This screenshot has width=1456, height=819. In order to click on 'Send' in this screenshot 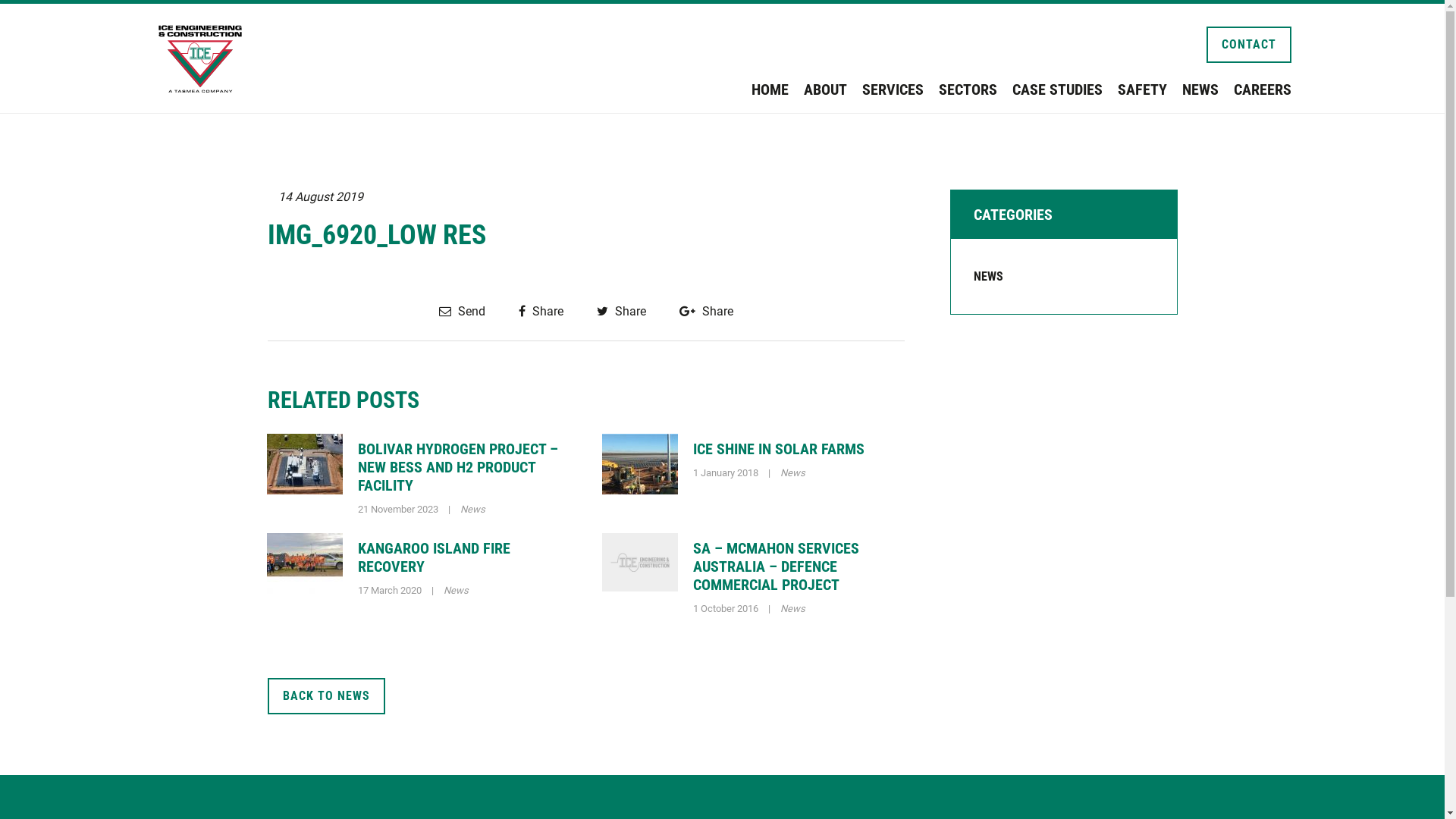, I will do `click(460, 310)`.